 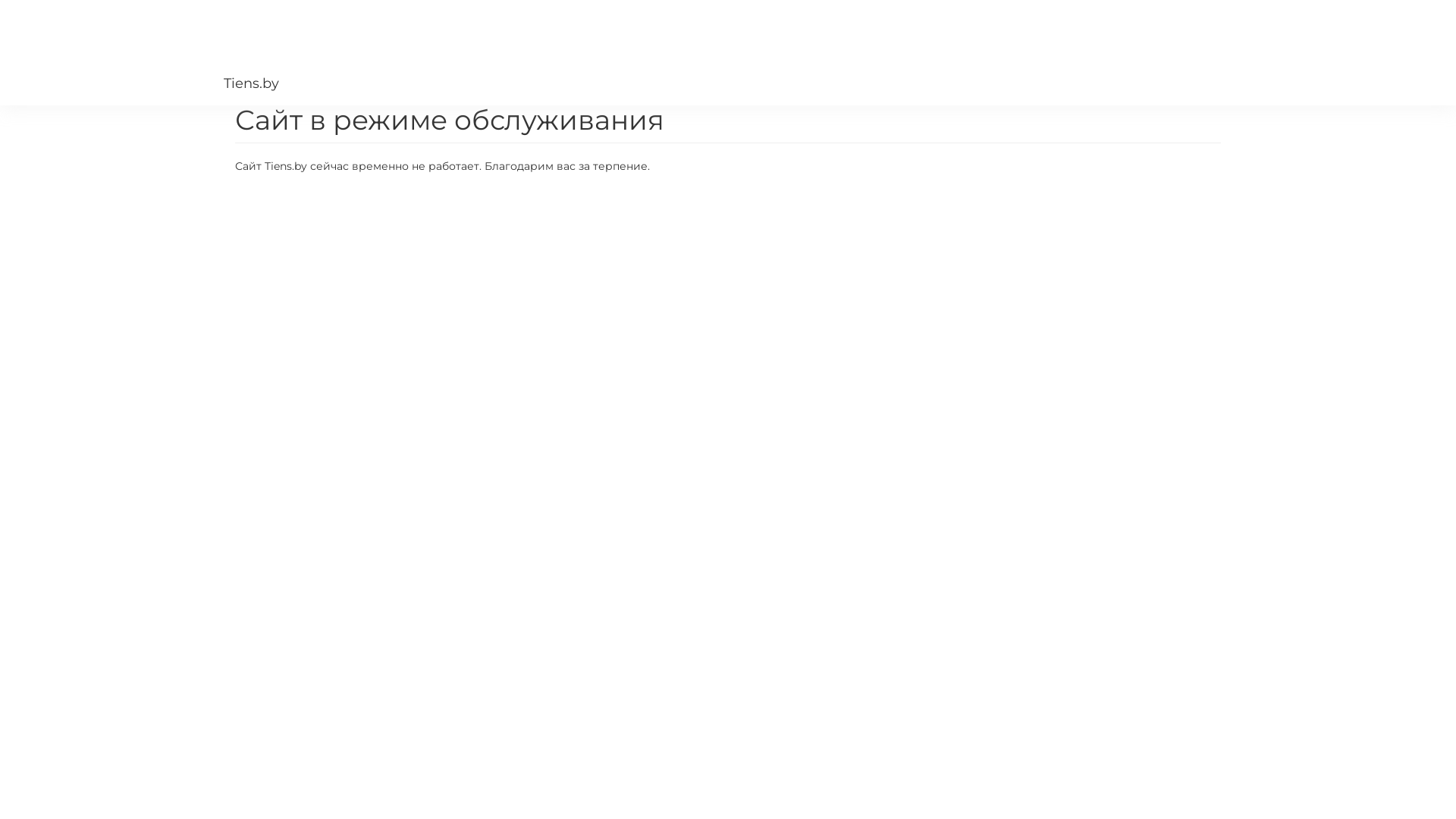 What do you see at coordinates (222, 52) in the screenshot?
I see `'Tiens.by'` at bounding box center [222, 52].